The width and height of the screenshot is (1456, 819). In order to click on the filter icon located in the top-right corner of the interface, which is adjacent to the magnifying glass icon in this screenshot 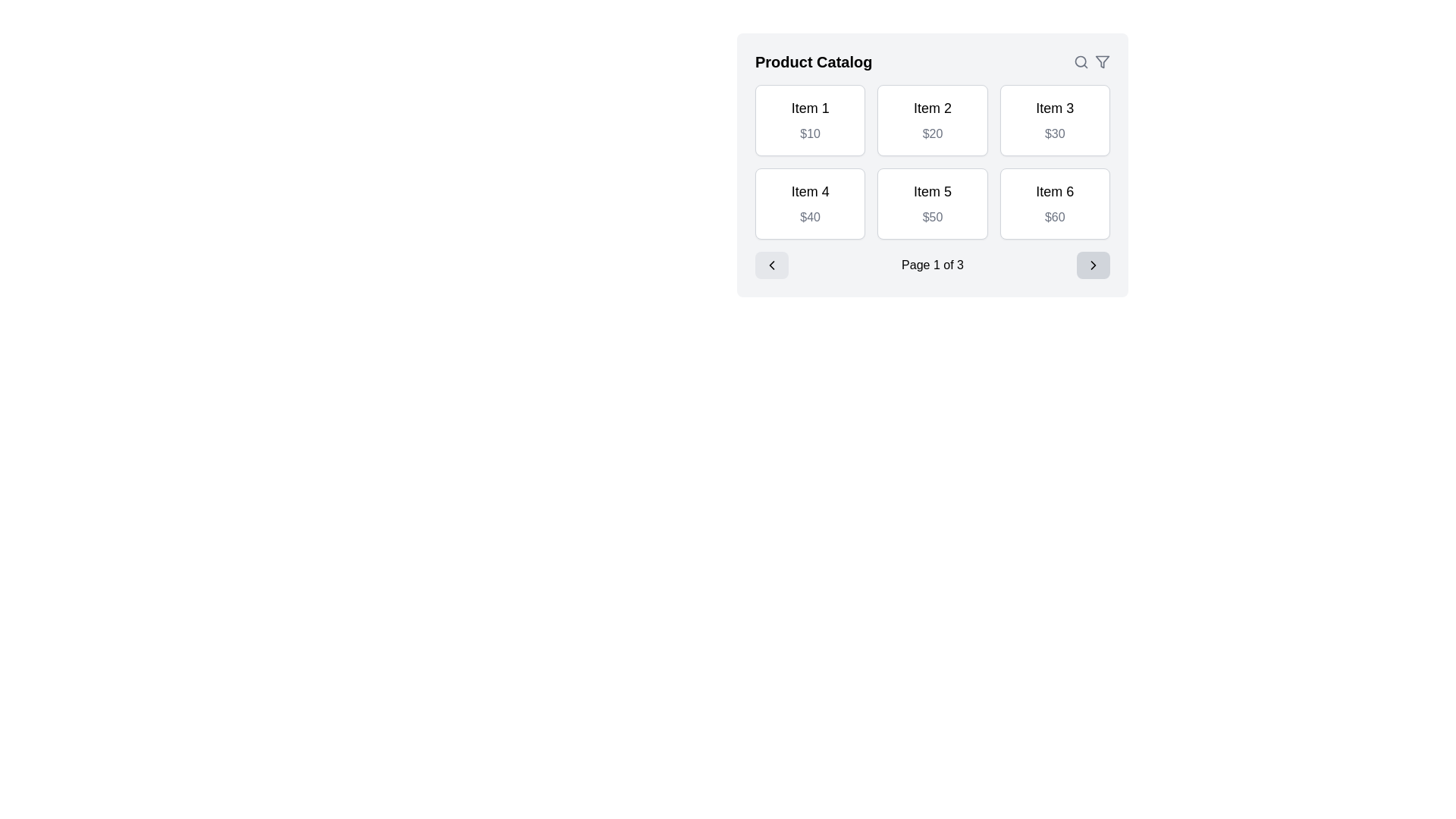, I will do `click(1103, 61)`.